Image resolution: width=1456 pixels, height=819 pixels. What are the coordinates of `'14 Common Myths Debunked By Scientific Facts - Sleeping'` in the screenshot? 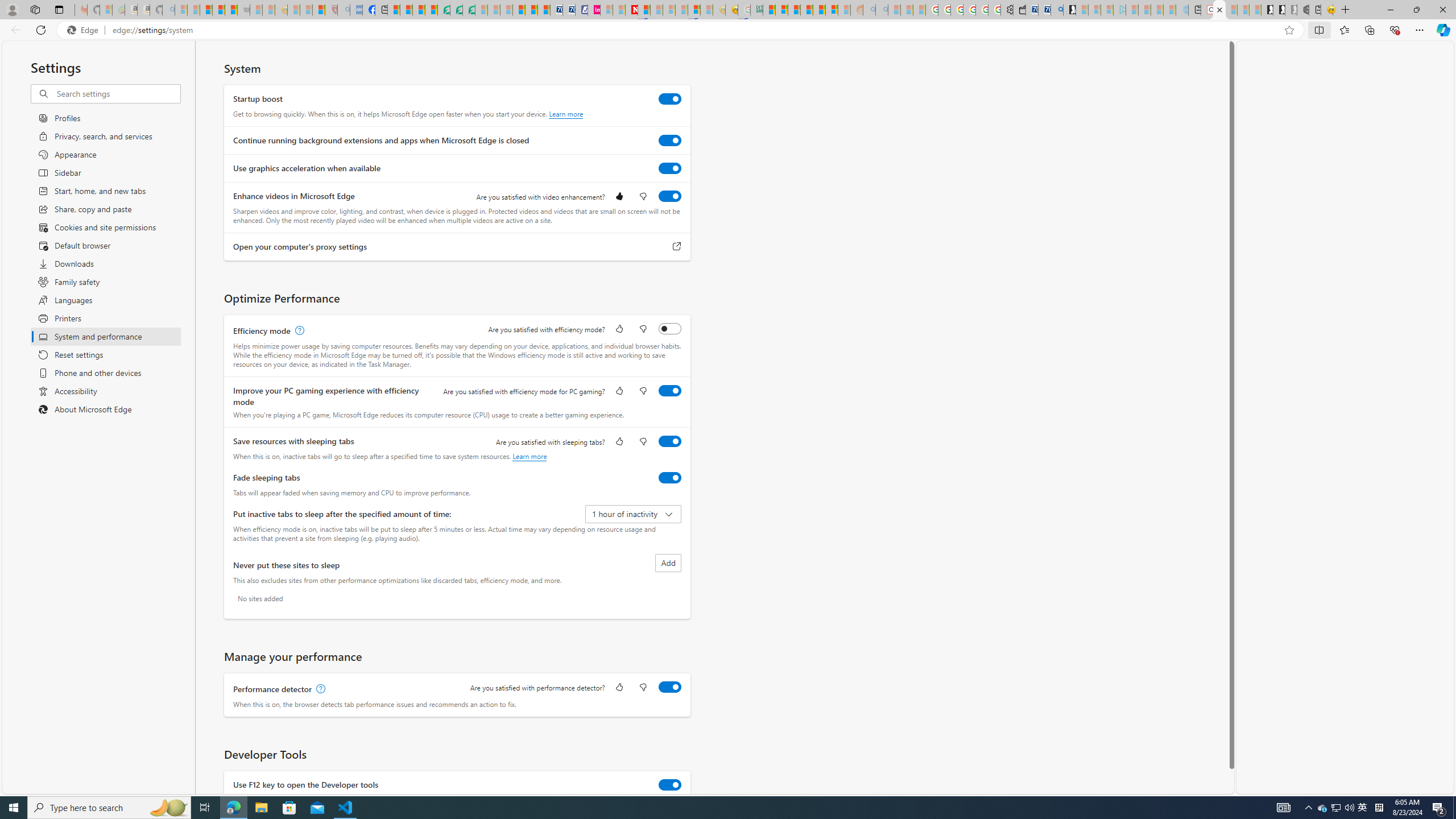 It's located at (656, 9).